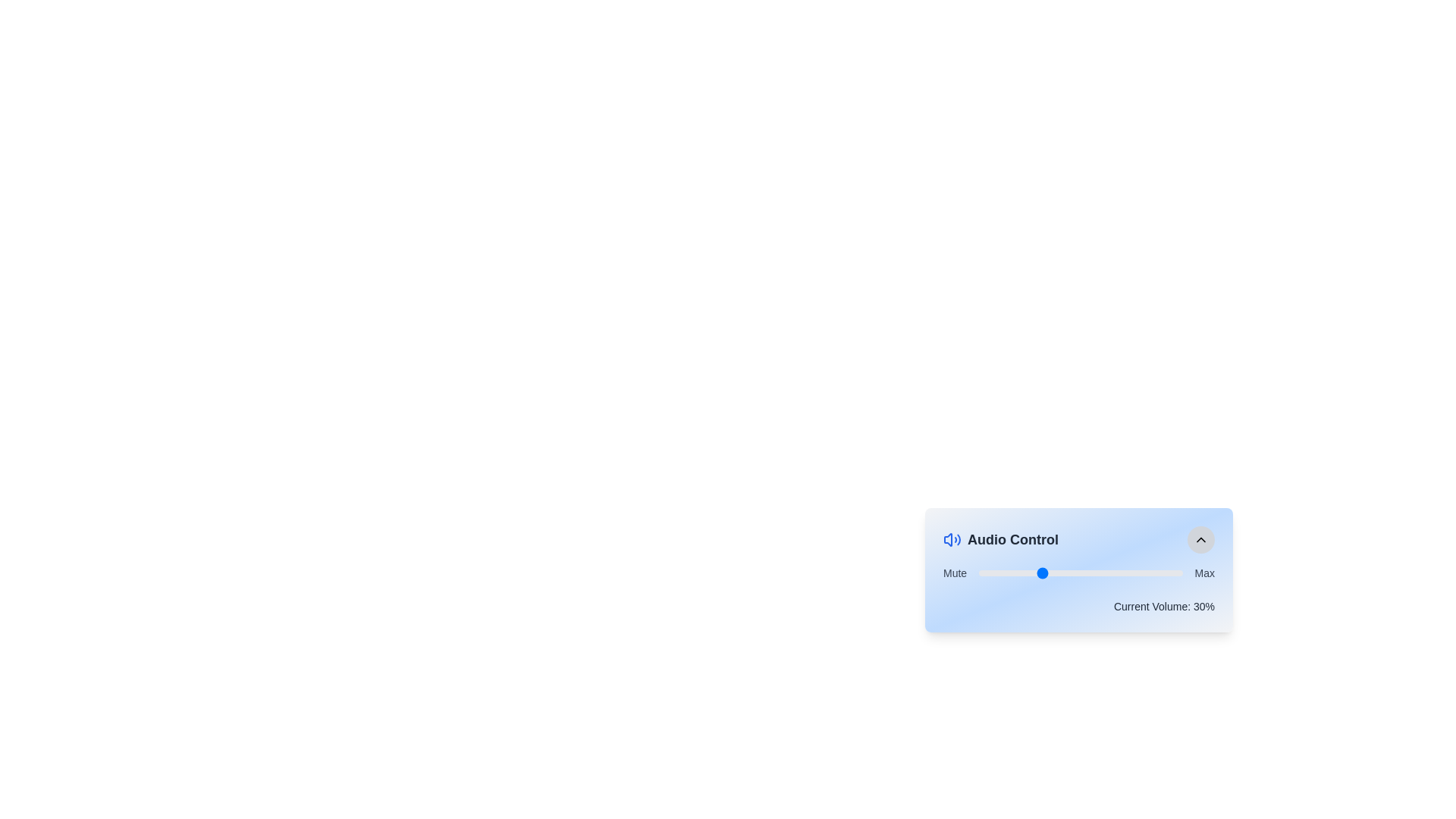 This screenshot has width=1456, height=819. I want to click on the audio control icon located to the left of the 'Audio Control' header, which signifies the volume management functionality, so click(952, 539).